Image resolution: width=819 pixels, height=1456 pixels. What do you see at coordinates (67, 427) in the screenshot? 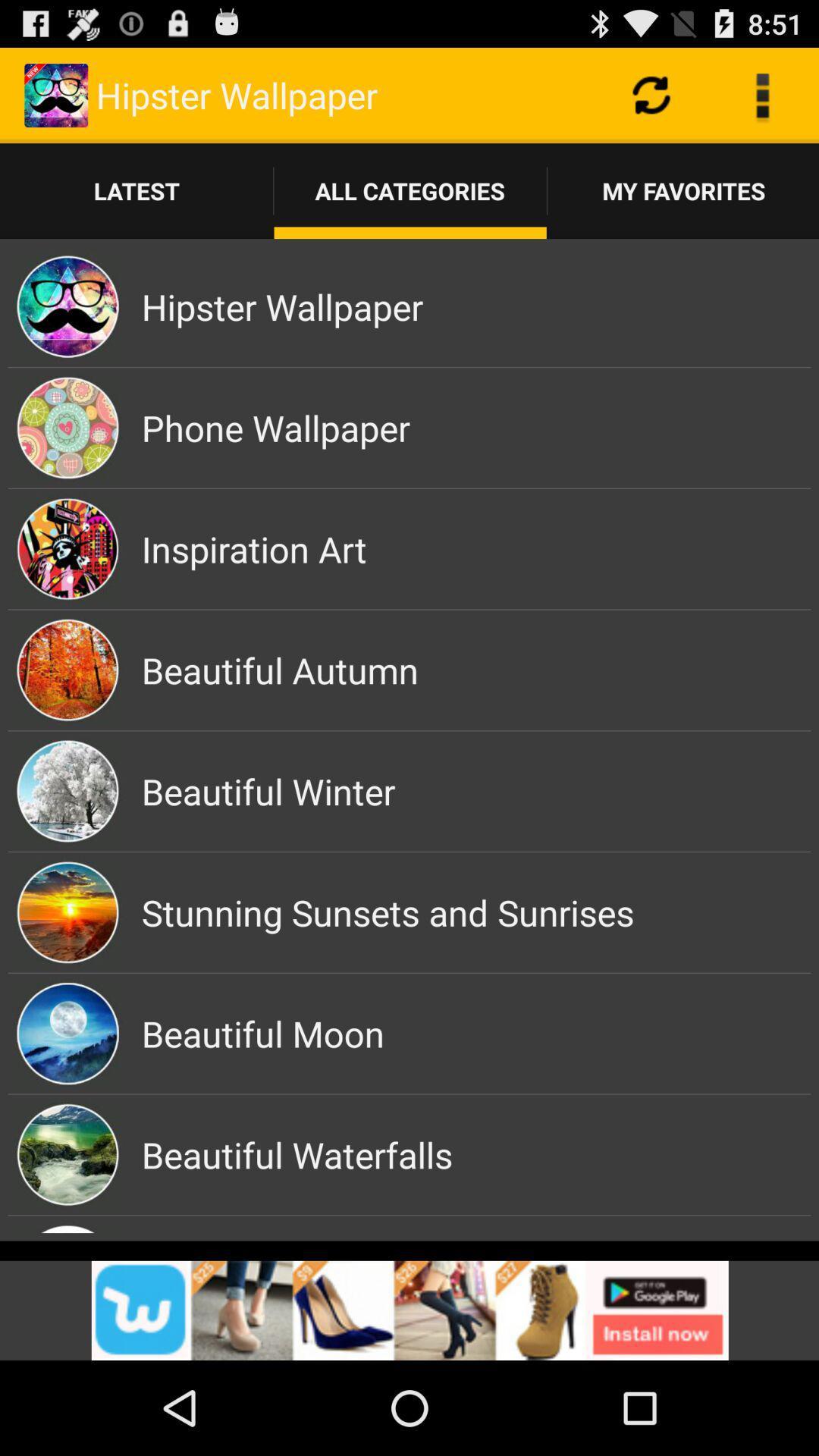
I see `the second image from the top` at bounding box center [67, 427].